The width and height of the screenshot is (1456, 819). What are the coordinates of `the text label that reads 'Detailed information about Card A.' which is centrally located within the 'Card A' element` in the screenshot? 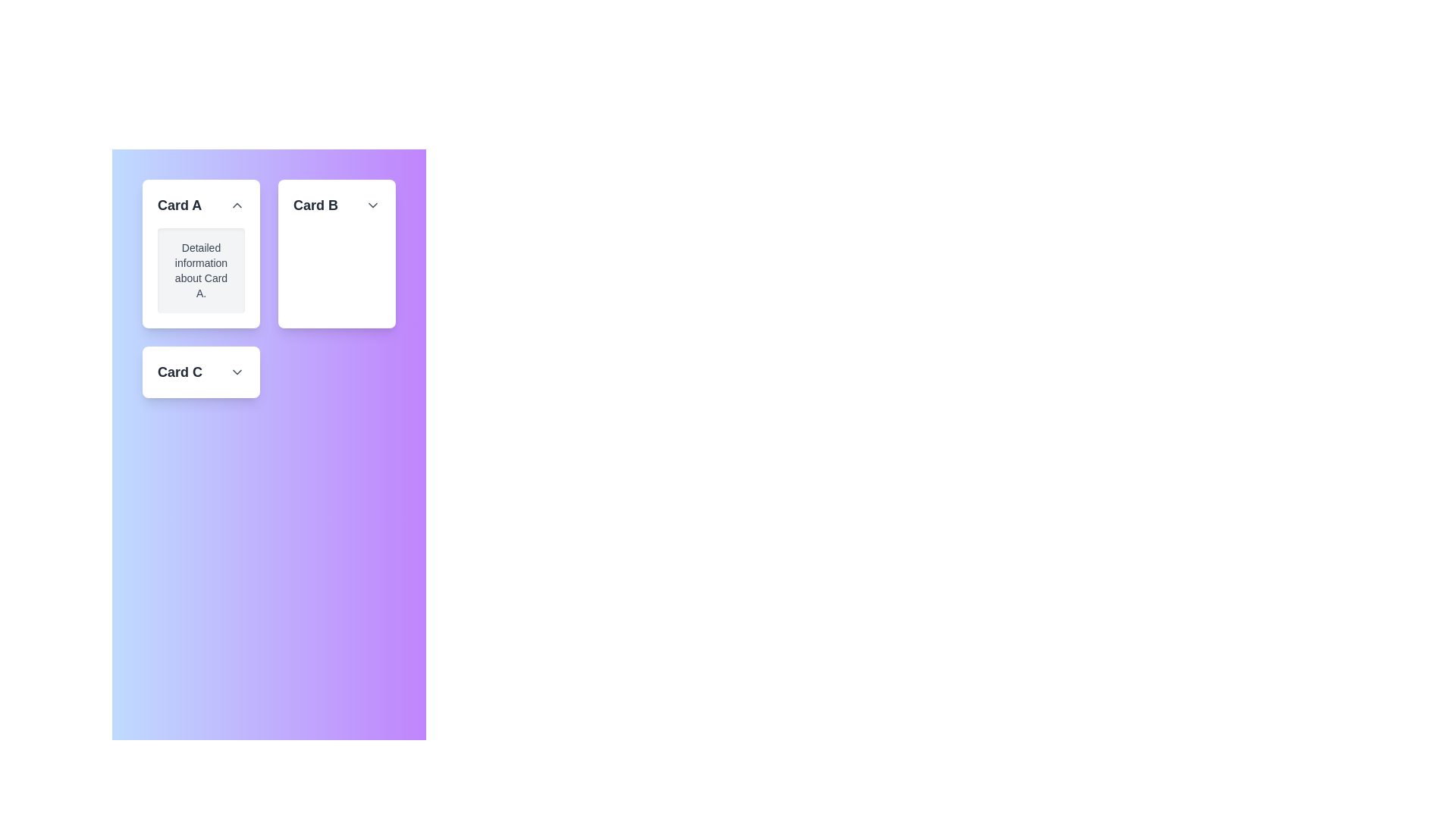 It's located at (200, 270).